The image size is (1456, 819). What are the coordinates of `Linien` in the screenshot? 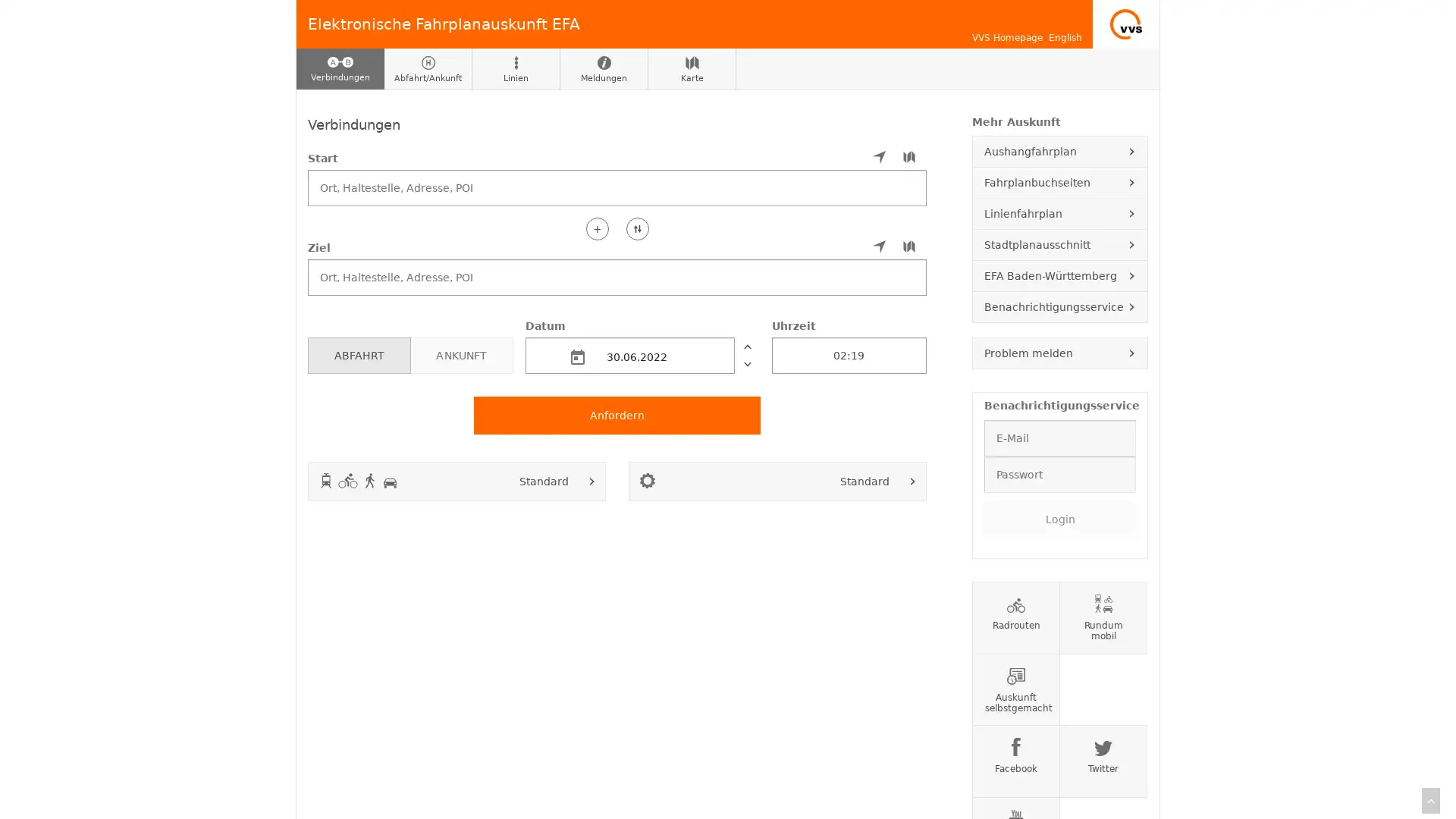 It's located at (516, 69).